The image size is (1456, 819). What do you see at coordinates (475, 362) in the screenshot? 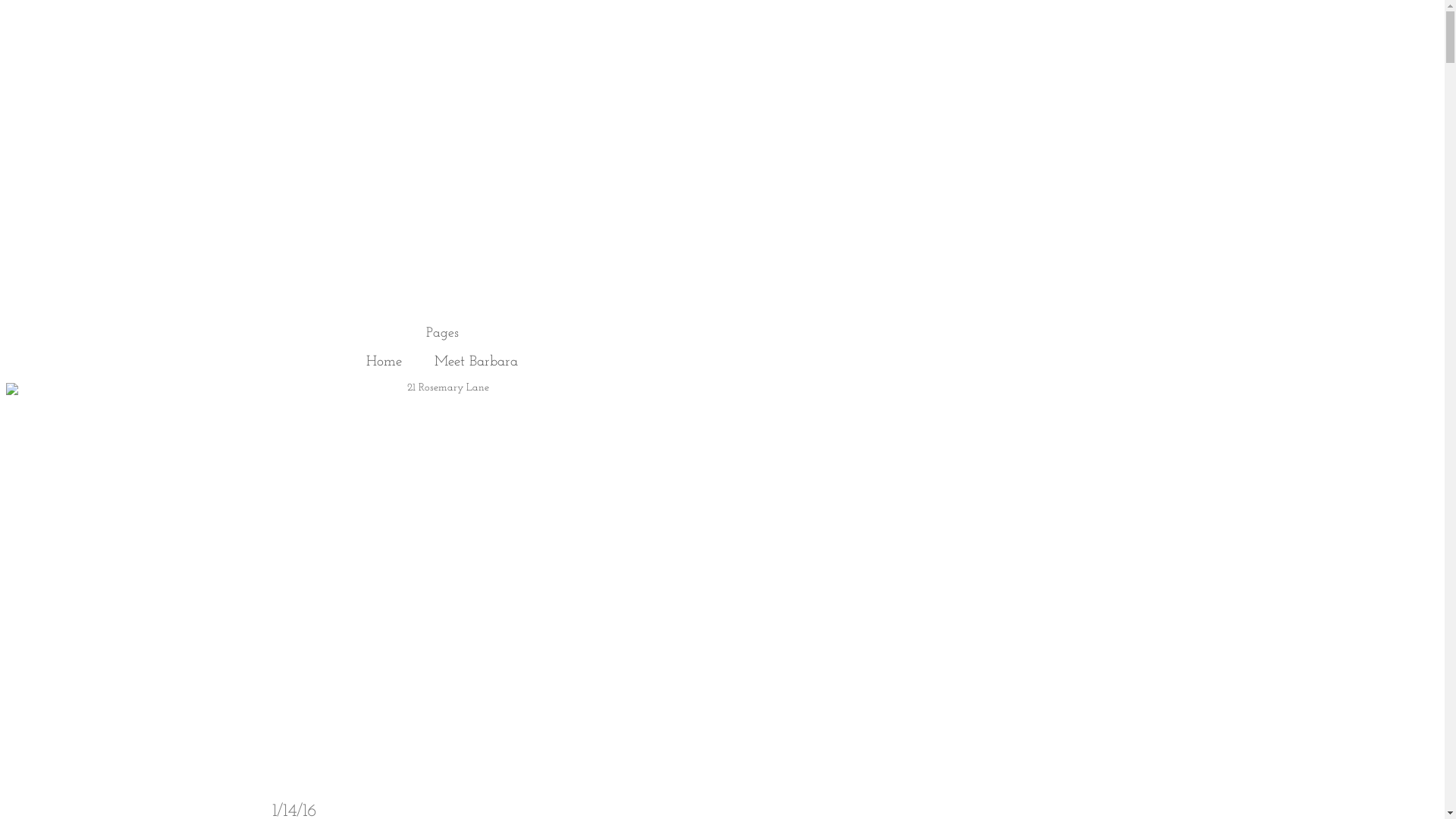
I see `'Meet Barbara'` at bounding box center [475, 362].